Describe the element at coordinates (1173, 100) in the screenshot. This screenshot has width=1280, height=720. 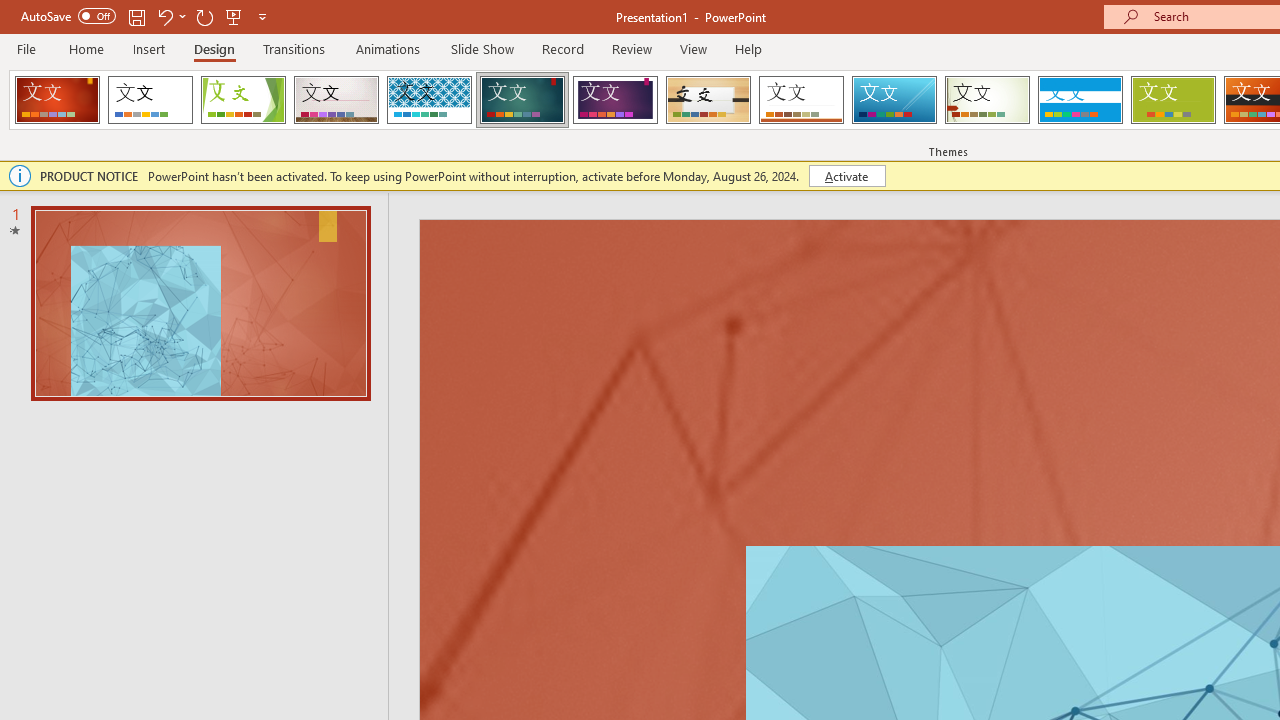
I see `'Basis'` at that location.